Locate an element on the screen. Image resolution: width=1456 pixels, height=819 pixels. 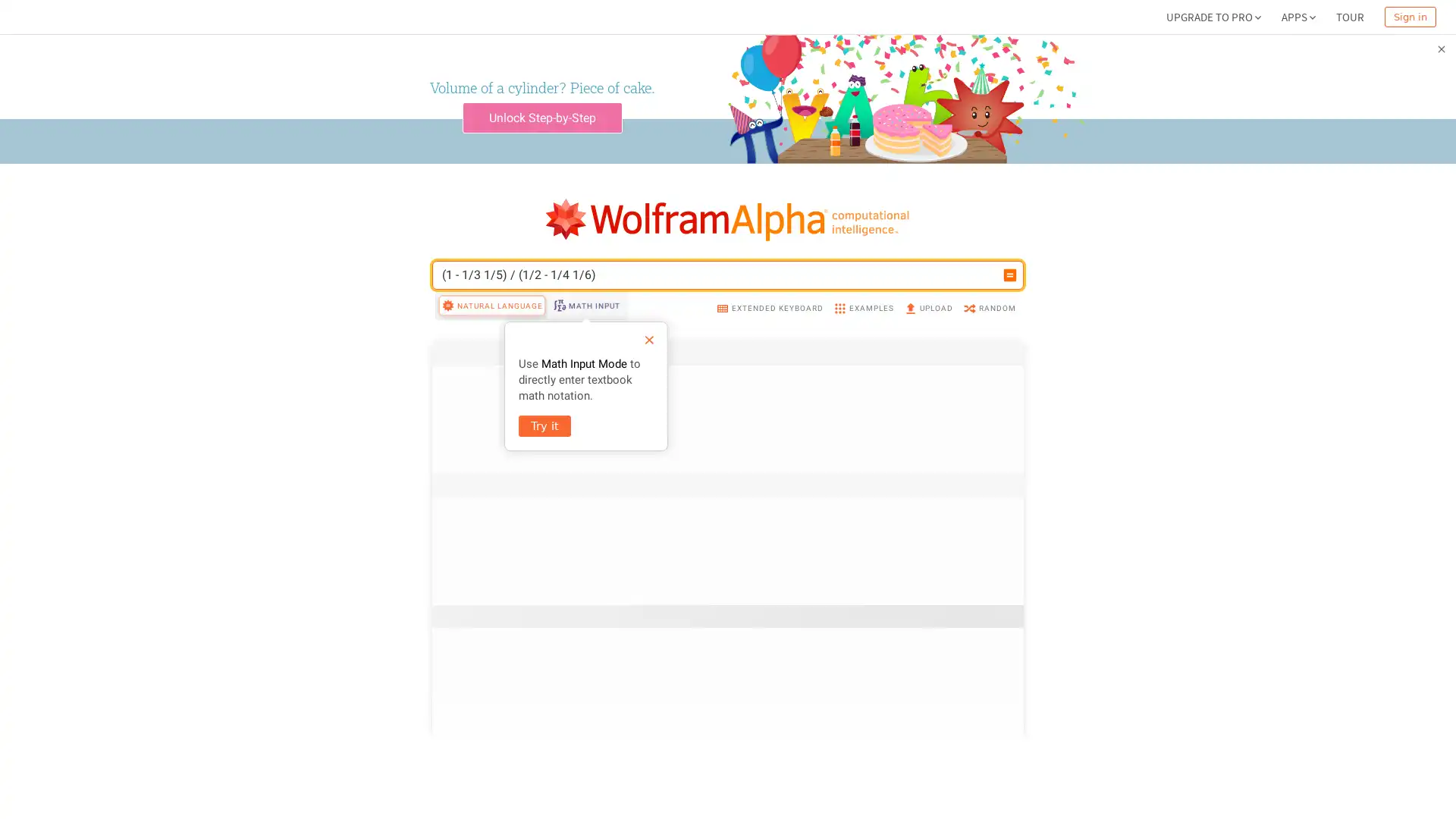
MATH INPUT is located at coordinates (585, 305).